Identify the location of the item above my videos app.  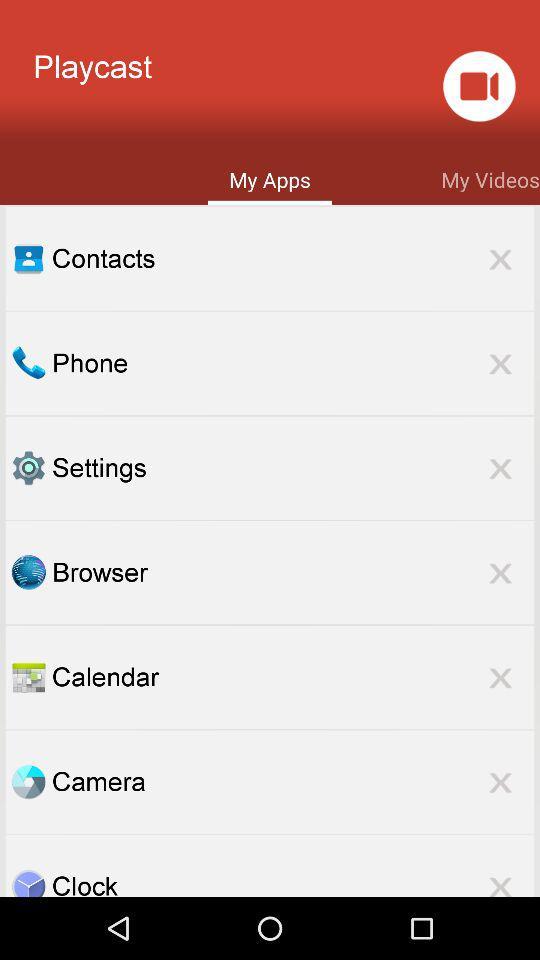
(478, 86).